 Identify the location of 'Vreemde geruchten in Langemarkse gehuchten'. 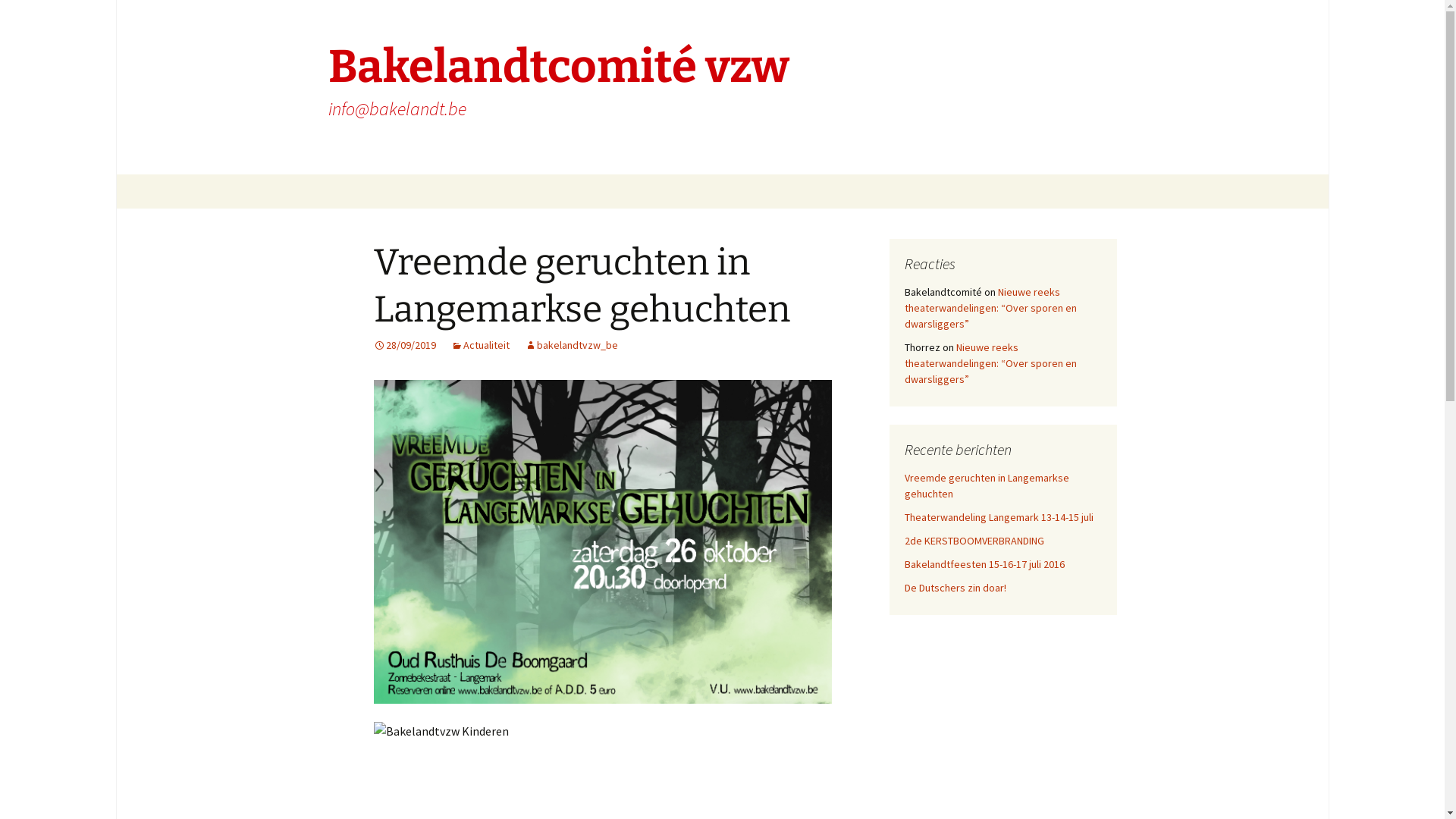
(986, 485).